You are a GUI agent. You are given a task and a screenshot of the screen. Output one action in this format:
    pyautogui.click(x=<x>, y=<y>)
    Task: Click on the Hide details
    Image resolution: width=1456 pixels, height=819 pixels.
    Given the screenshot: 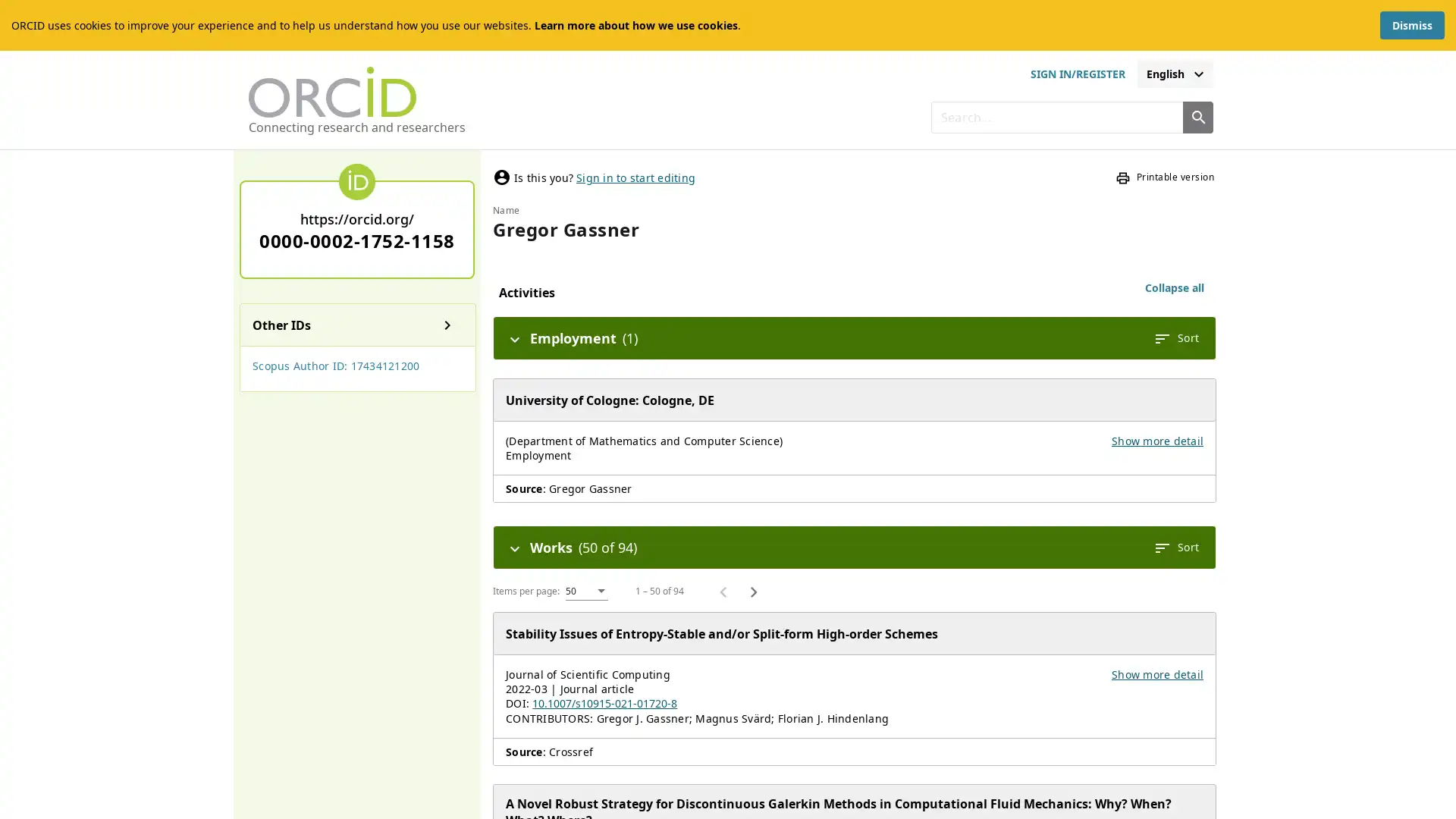 What is the action you would take?
    pyautogui.click(x=514, y=337)
    